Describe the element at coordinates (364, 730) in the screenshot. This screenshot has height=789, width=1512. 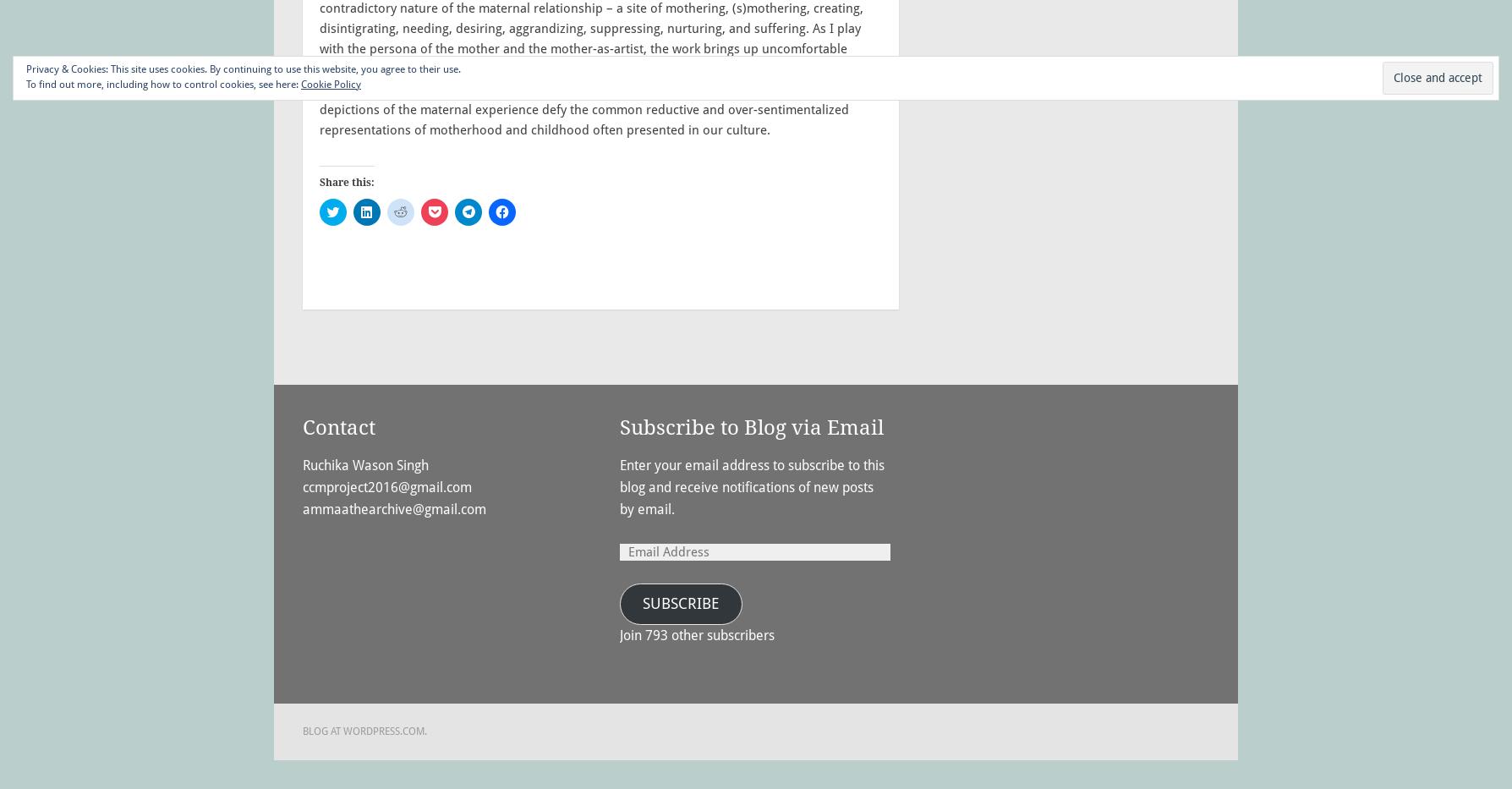
I see `'Blog at WordPress.com.'` at that location.